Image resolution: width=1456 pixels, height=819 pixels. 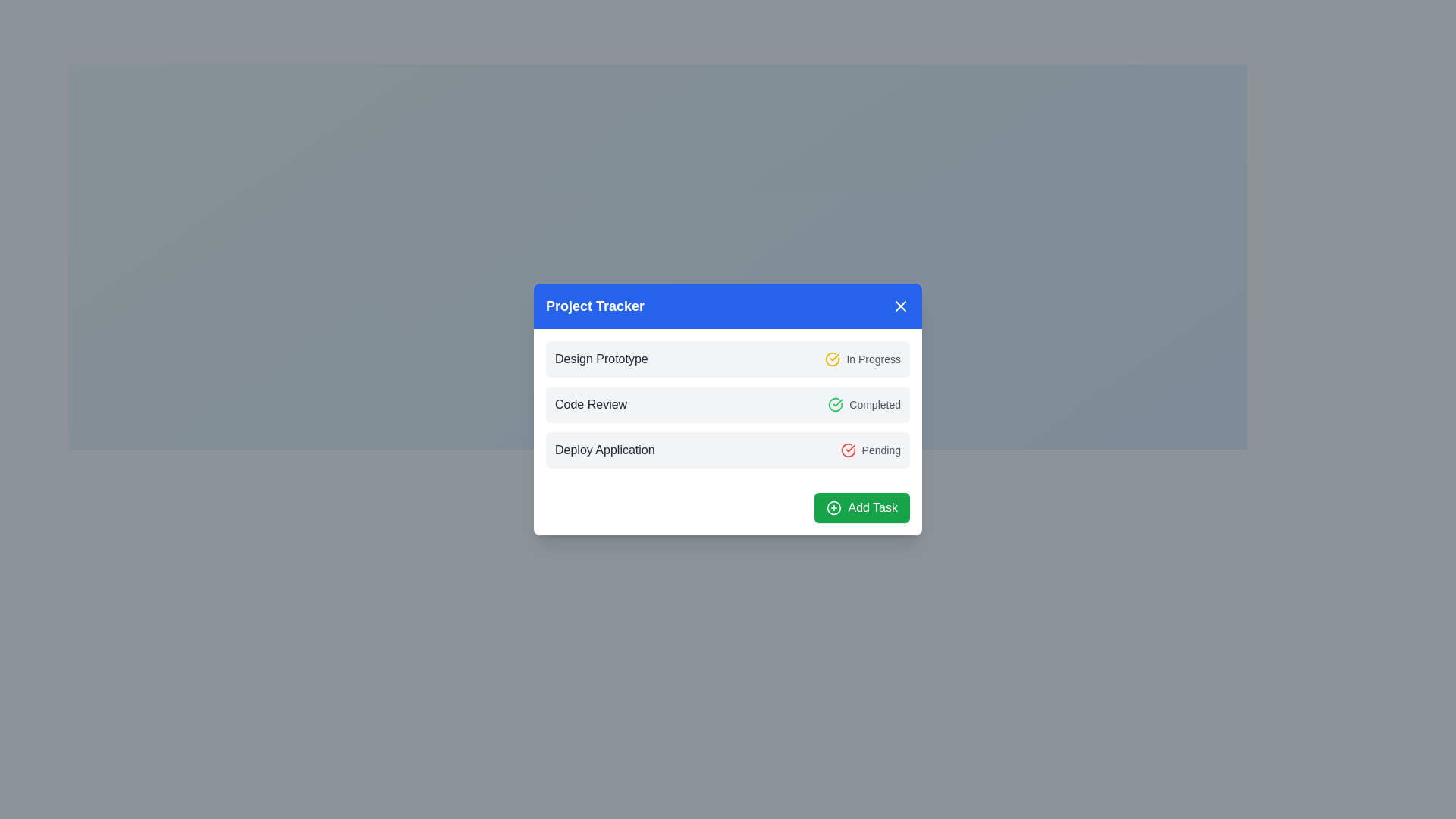 What do you see at coordinates (864, 403) in the screenshot?
I see `the completed status indicator text label in the top-right corner of the 'Code Review' list item in the 'Project Tracker' application` at bounding box center [864, 403].